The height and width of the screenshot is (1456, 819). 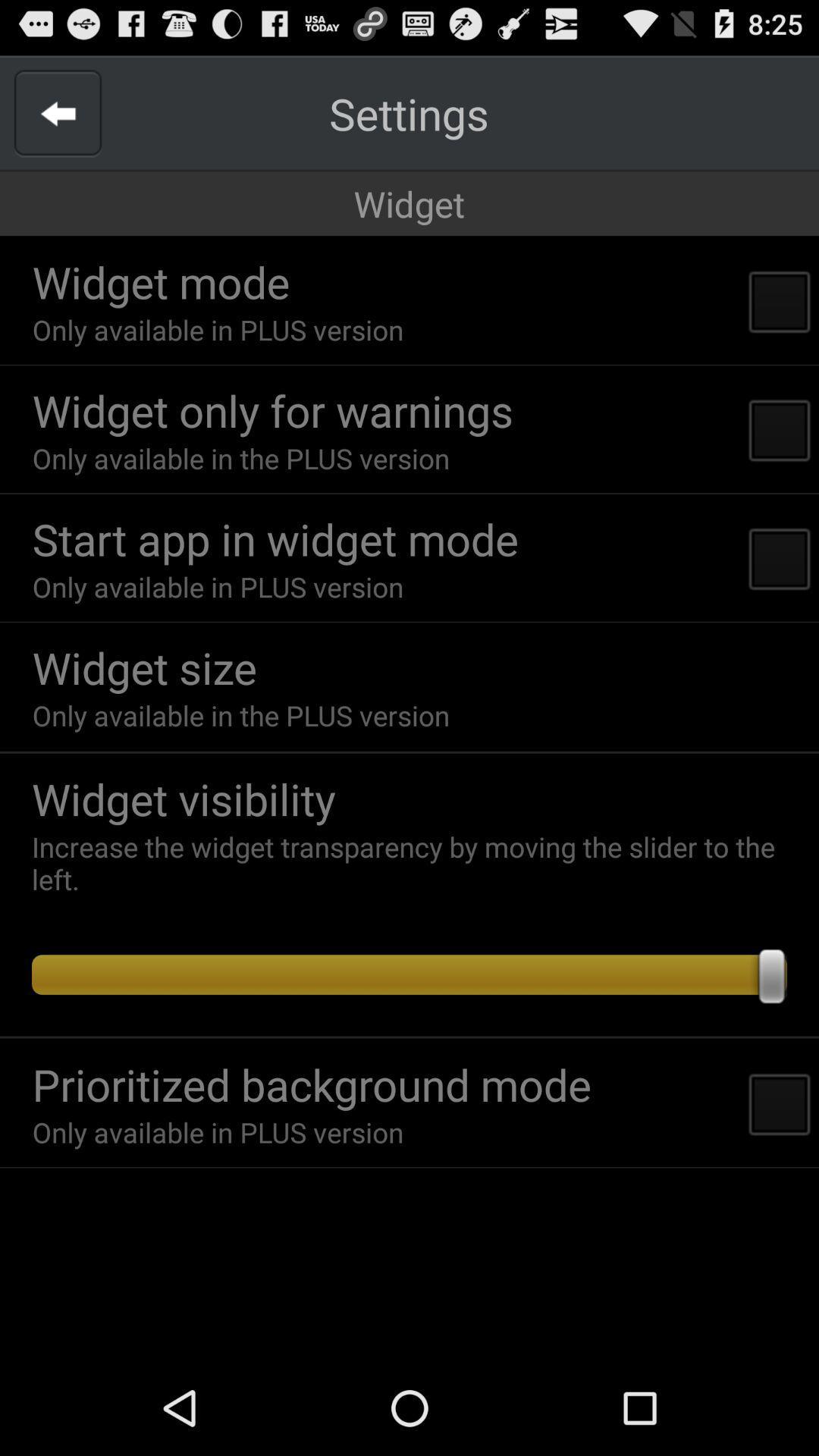 I want to click on prioritized background mode item, so click(x=311, y=1083).